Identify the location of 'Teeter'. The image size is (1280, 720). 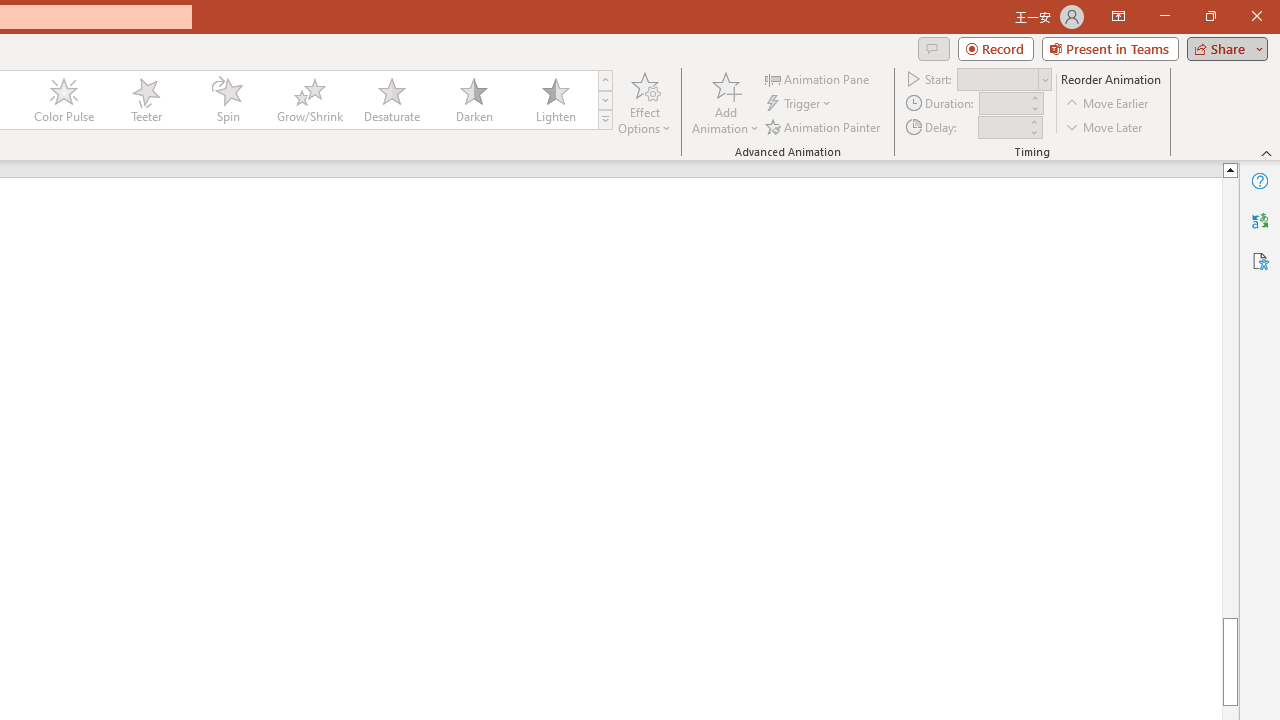
(144, 100).